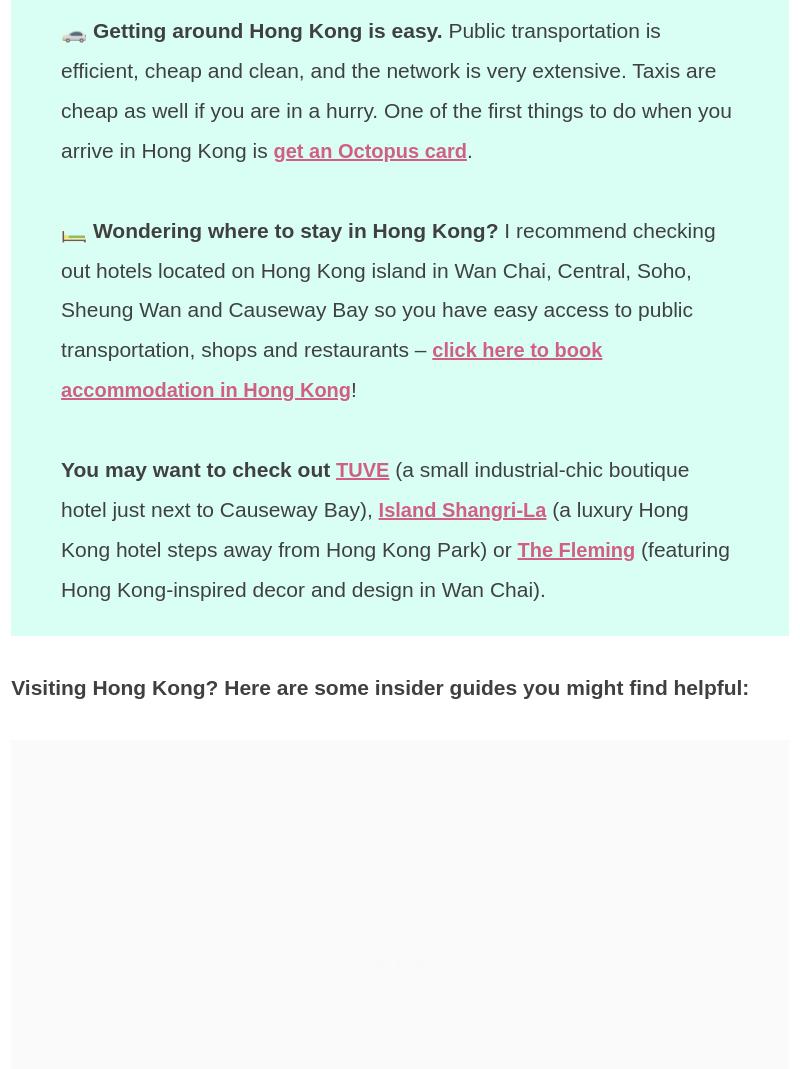 The image size is (800, 1069). Describe the element at coordinates (59, 487) in the screenshot. I see `'(a small industrial-chic boutique hotel just next to Causeway Bay),'` at that location.